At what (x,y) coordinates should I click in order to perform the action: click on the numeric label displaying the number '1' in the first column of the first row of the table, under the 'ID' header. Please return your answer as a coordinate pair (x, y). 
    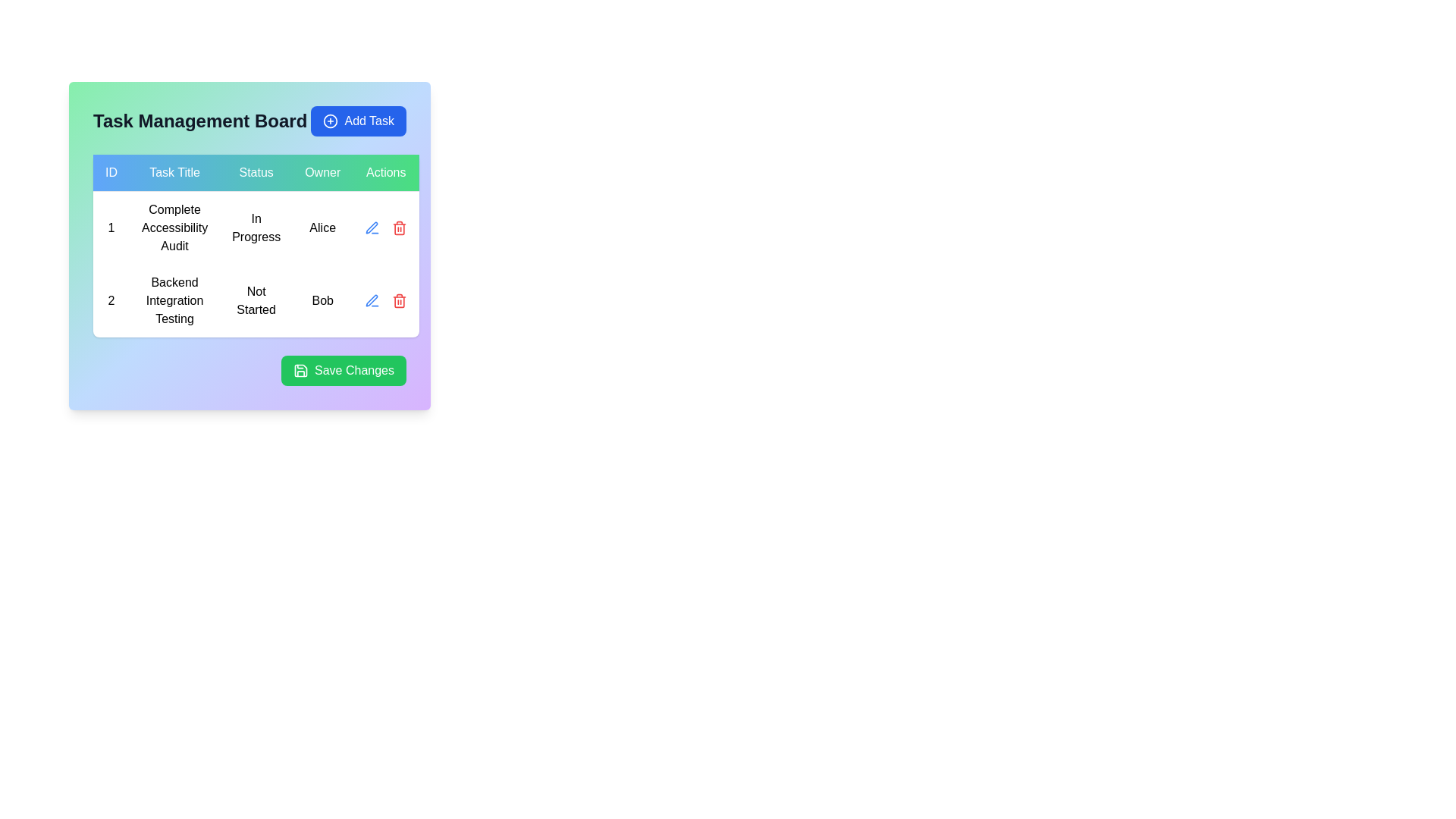
    Looking at the image, I should click on (111, 227).